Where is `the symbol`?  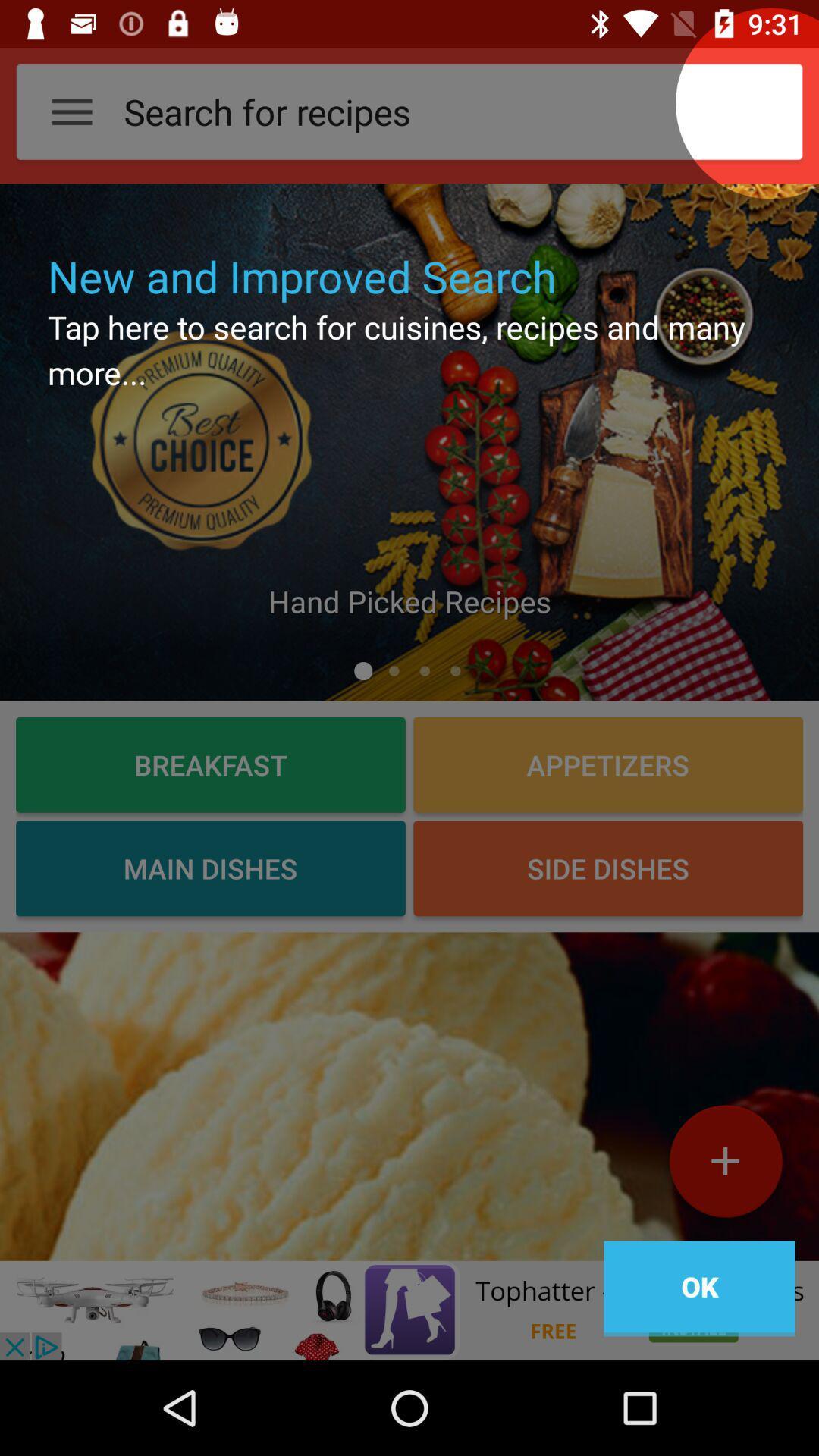
the symbol is located at coordinates (724, 1166).